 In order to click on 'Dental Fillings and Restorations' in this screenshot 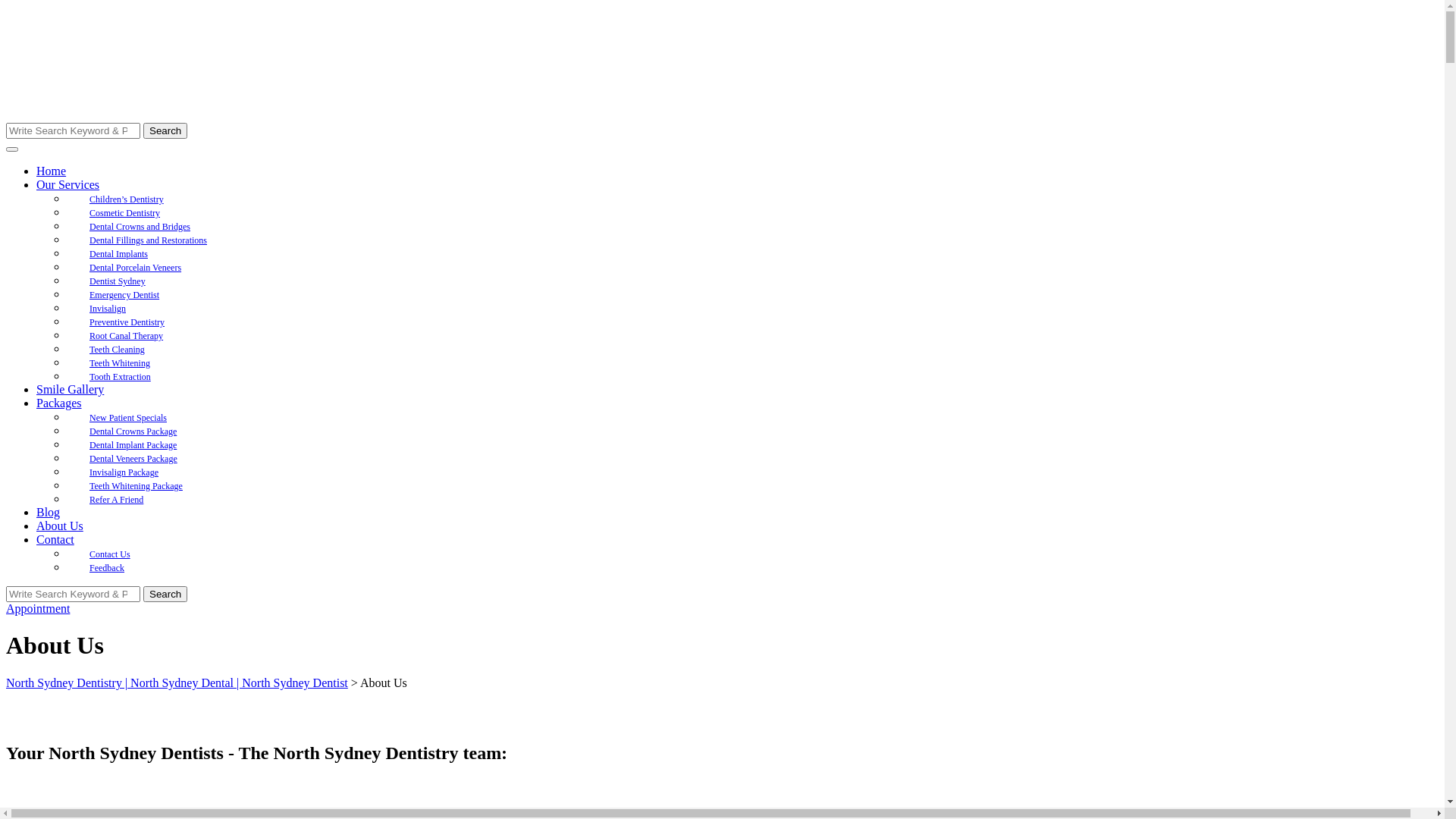, I will do `click(148, 239)`.